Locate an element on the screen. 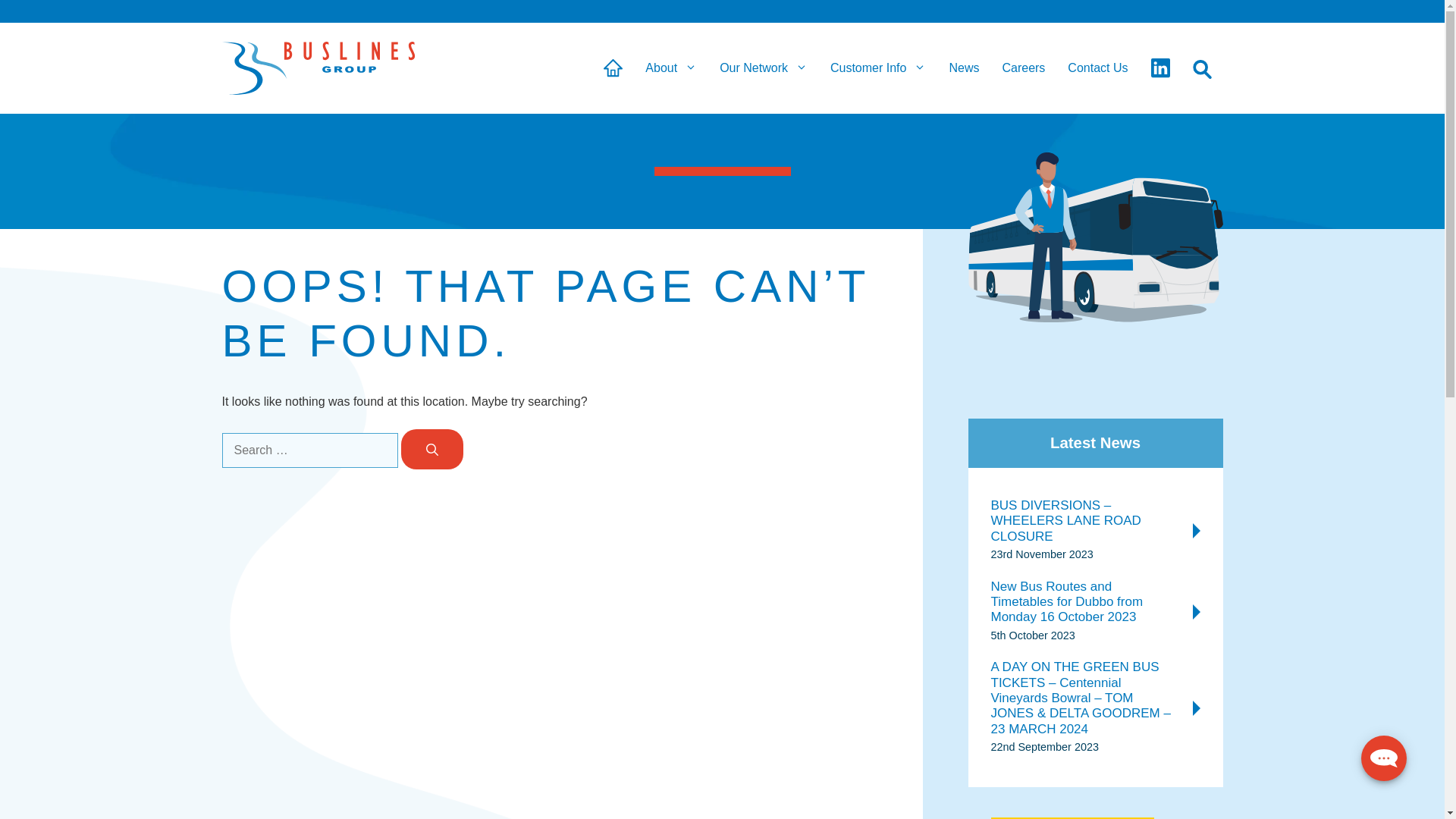 This screenshot has width=1456, height=819. 'Buslines Group' is located at coordinates (317, 67).